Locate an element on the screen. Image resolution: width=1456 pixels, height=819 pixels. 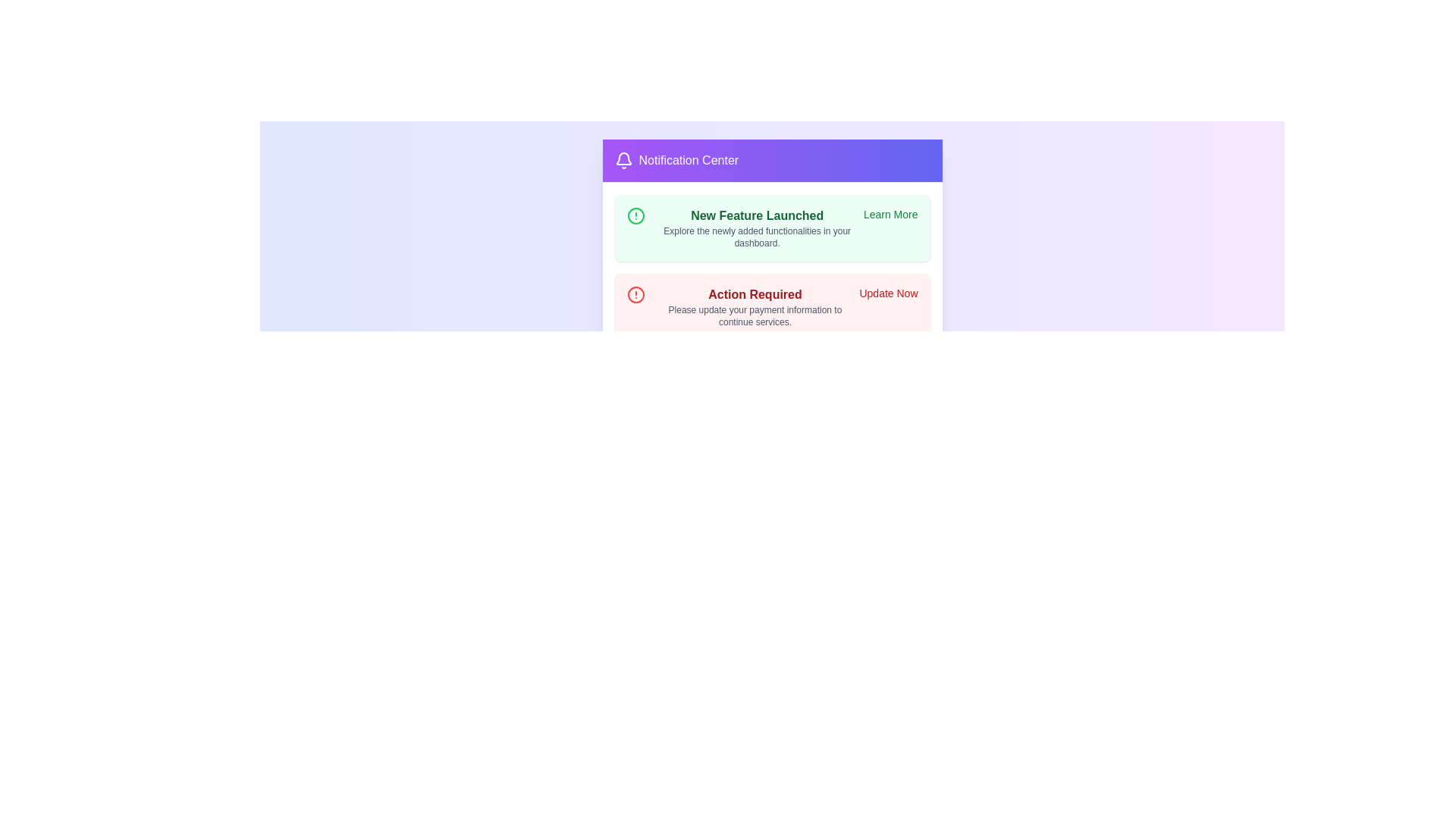
the warning icon in the notification banner that prompts users to update their payment information, which is positioned below the 'New Feature Launched' notification and above the 'Survey Opportunity' notification is located at coordinates (772, 307).